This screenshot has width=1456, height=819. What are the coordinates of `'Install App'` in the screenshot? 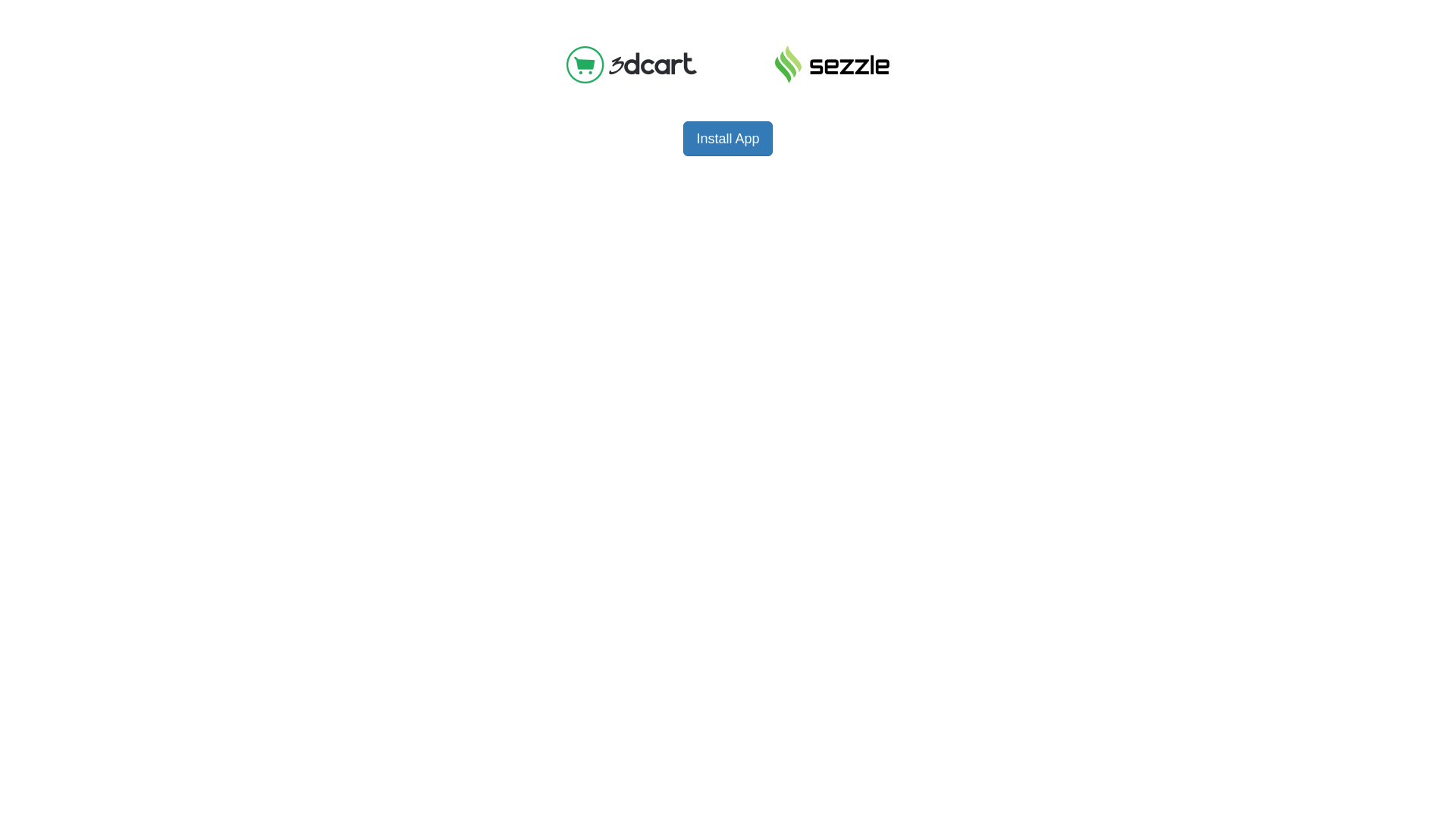 It's located at (726, 138).